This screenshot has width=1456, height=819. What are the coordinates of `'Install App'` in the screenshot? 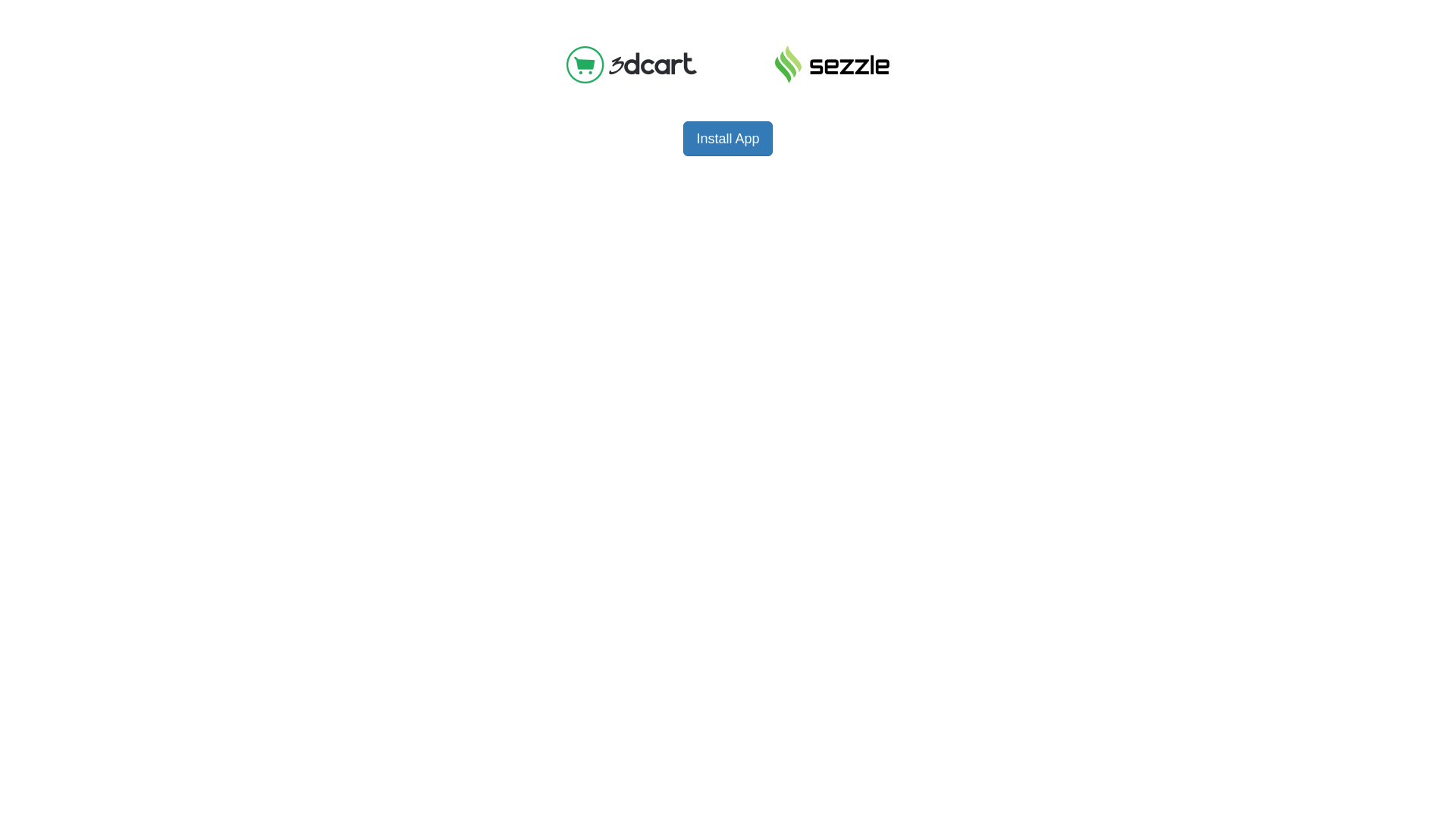 It's located at (726, 138).